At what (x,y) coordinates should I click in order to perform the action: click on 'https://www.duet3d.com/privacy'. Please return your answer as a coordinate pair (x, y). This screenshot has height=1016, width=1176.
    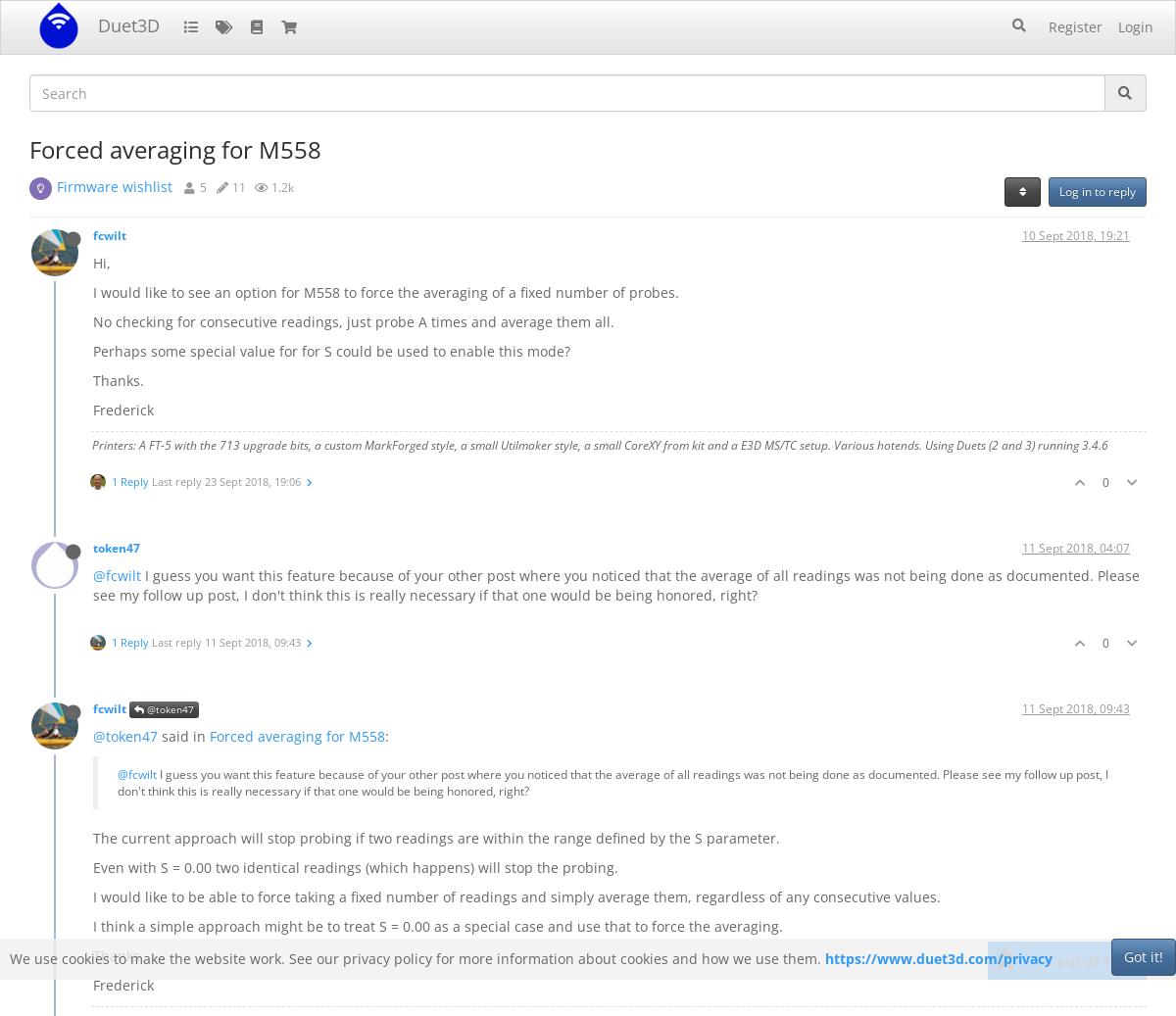
    Looking at the image, I should click on (938, 958).